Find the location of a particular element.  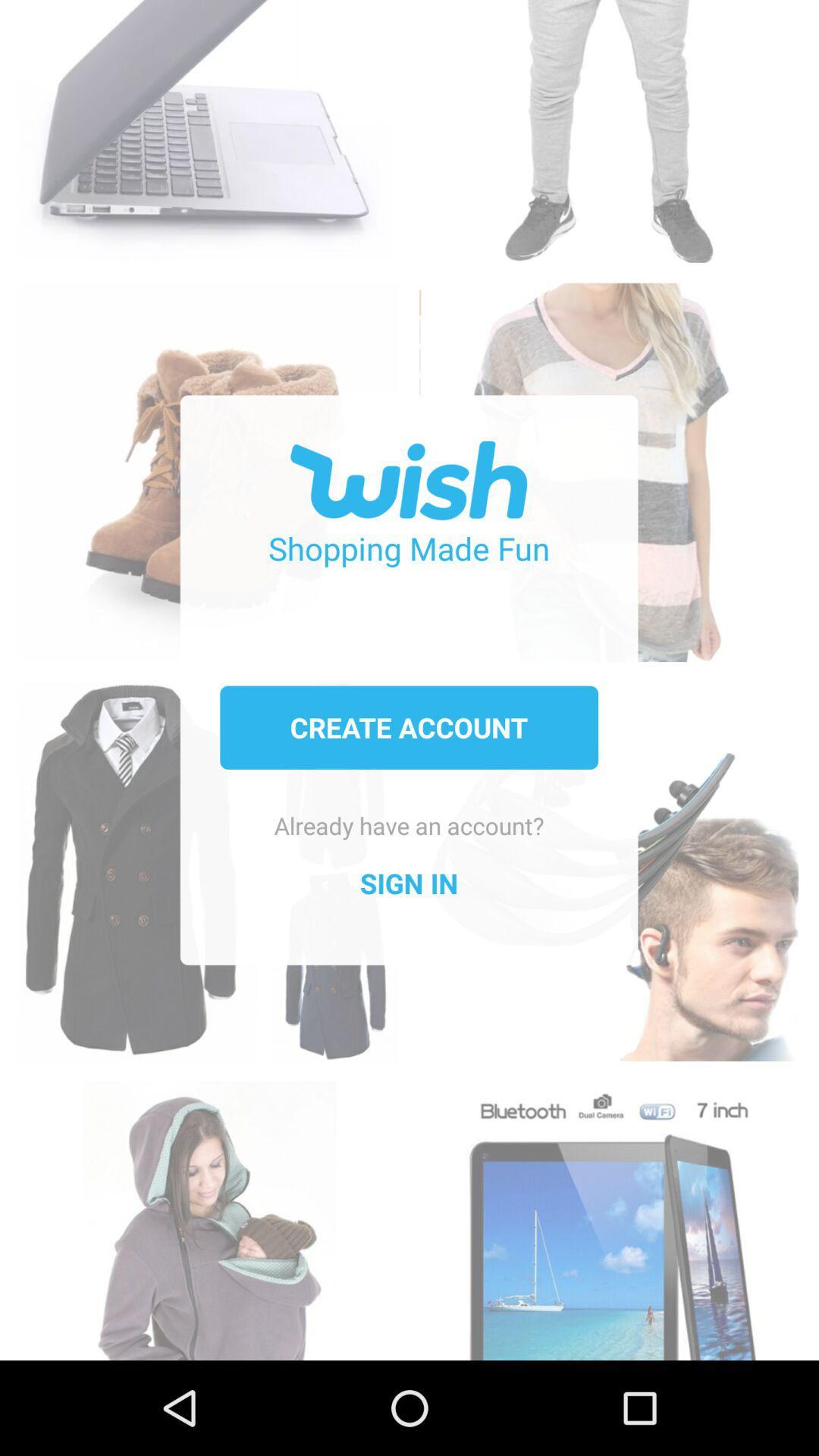

item below already have an is located at coordinates (408, 883).